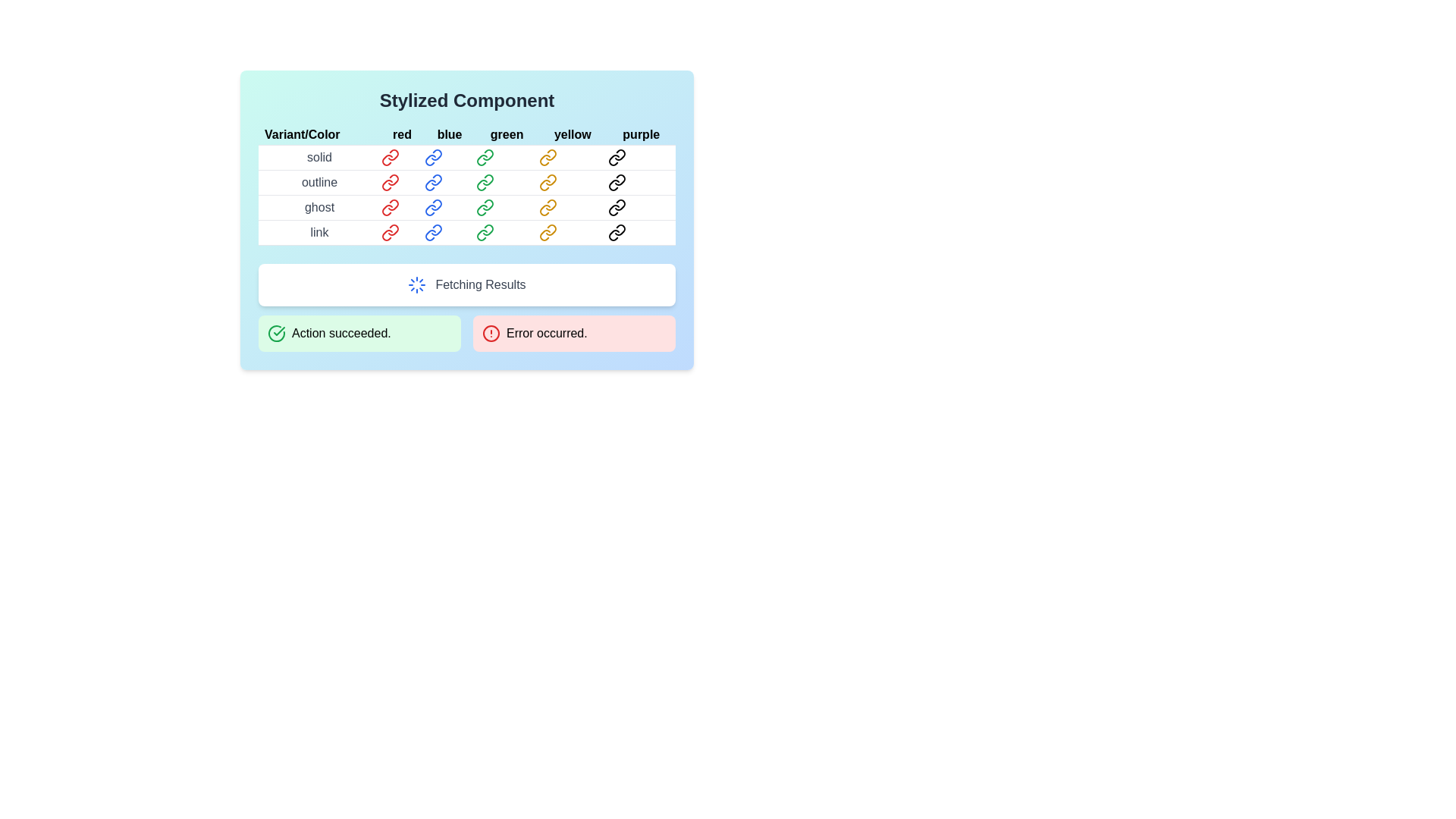 The width and height of the screenshot is (1456, 819). I want to click on the Static Text Label displaying the word 'link' located in the ghost row under the 'Variant/Color' header, so click(318, 233).